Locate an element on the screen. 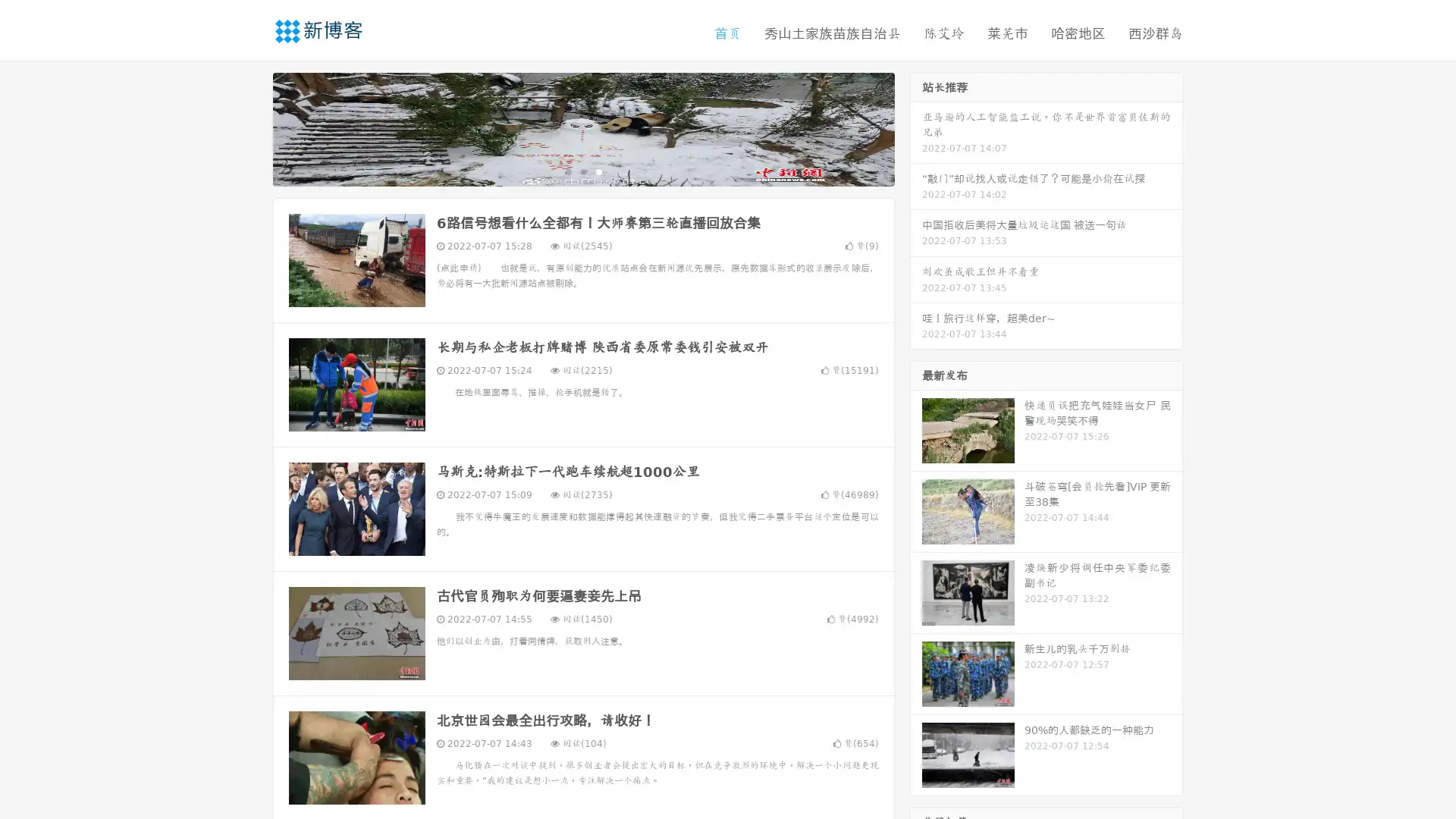 Image resolution: width=1456 pixels, height=819 pixels. Go to slide 2 is located at coordinates (582, 171).